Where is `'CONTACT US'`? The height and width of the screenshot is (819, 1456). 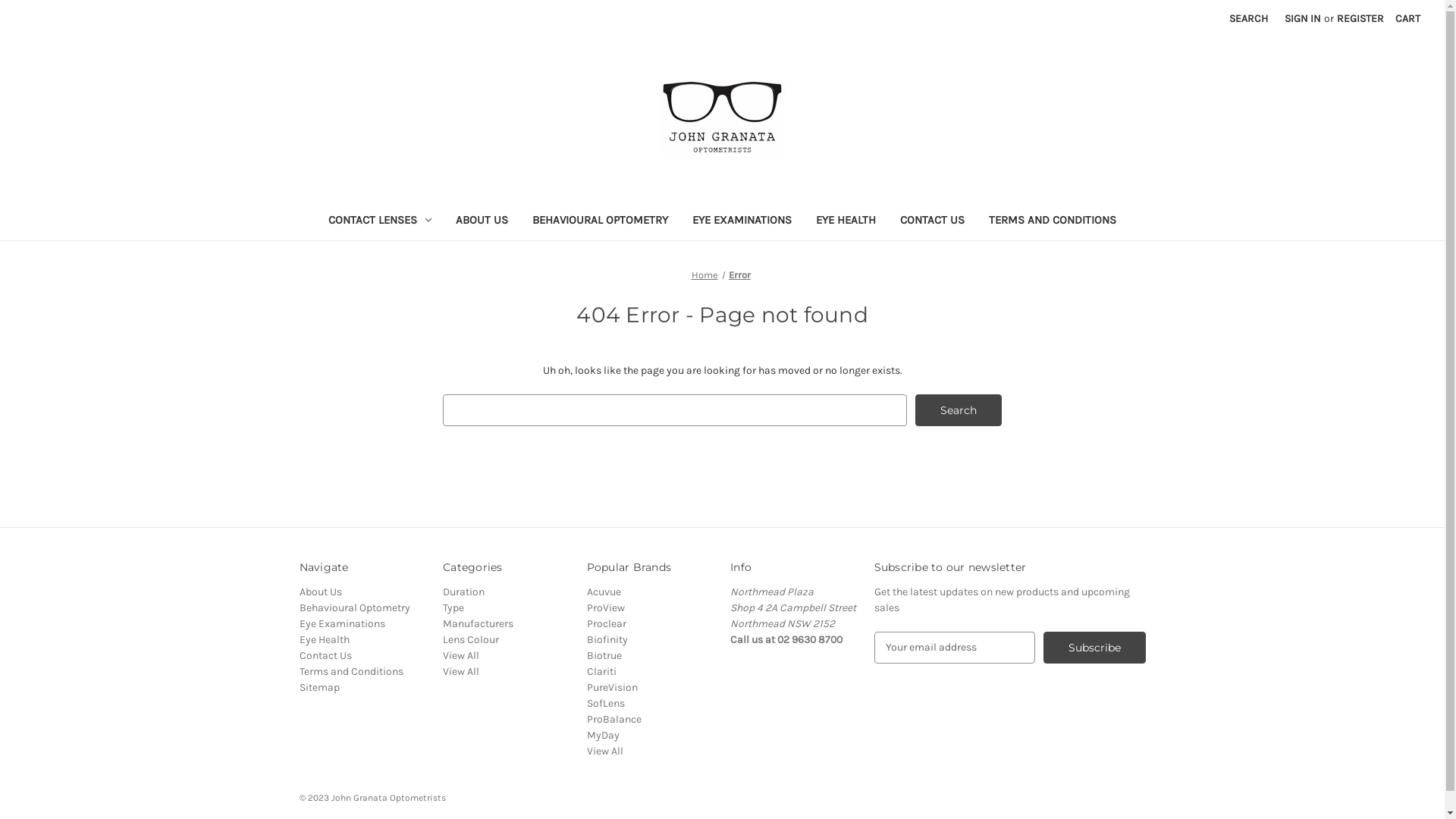 'CONTACT US' is located at coordinates (888, 221).